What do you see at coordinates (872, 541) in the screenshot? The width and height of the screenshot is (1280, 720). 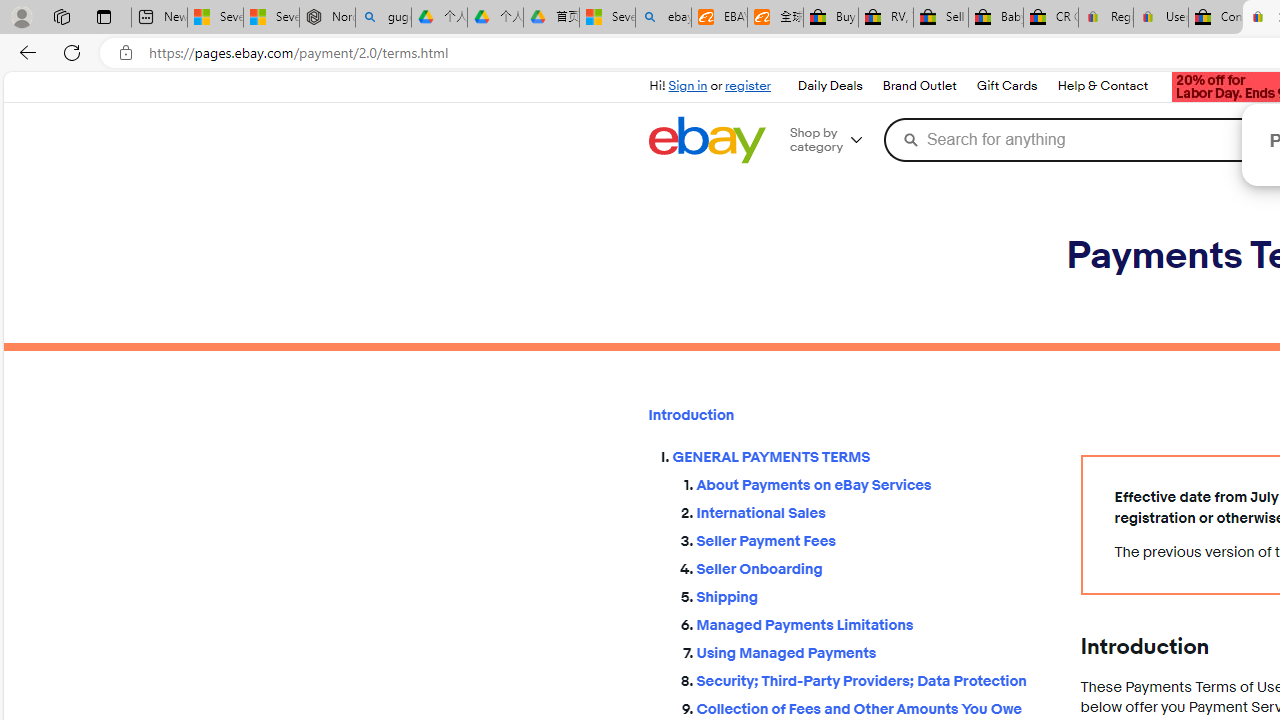 I see `'Seller Payment Fees'` at bounding box center [872, 541].